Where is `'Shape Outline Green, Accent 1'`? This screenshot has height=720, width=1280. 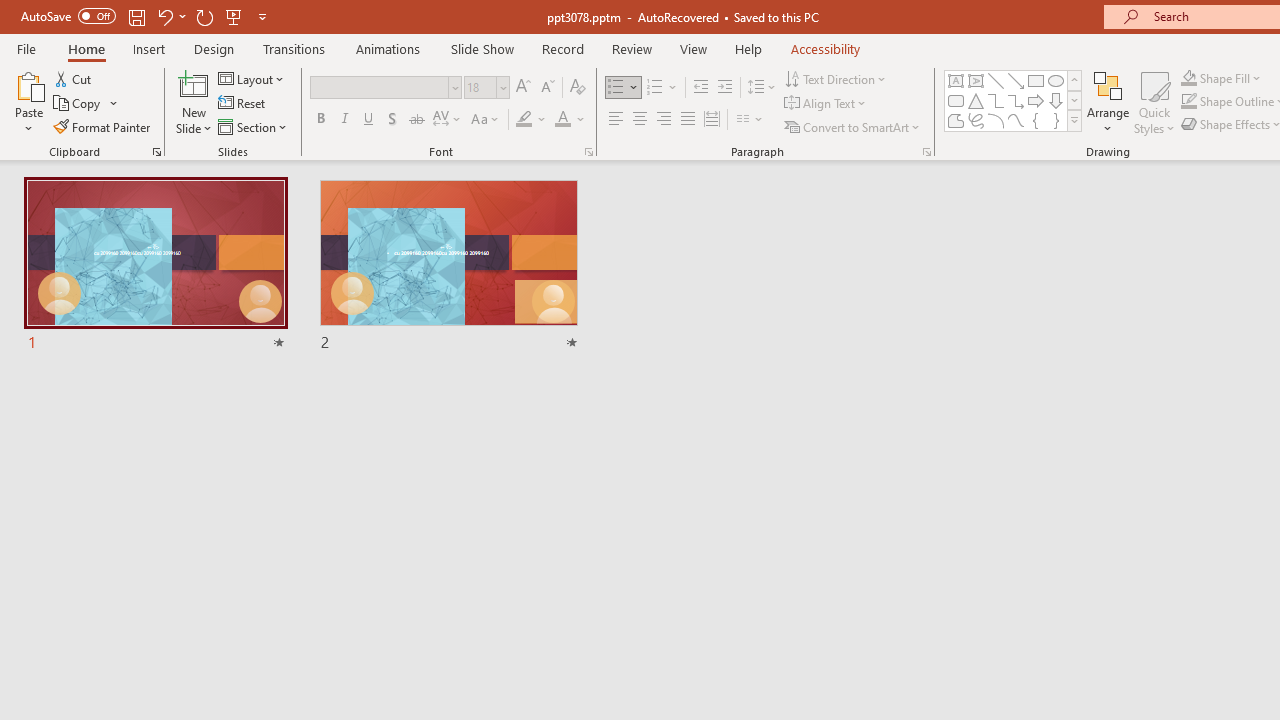
'Shape Outline Green, Accent 1' is located at coordinates (1189, 101).